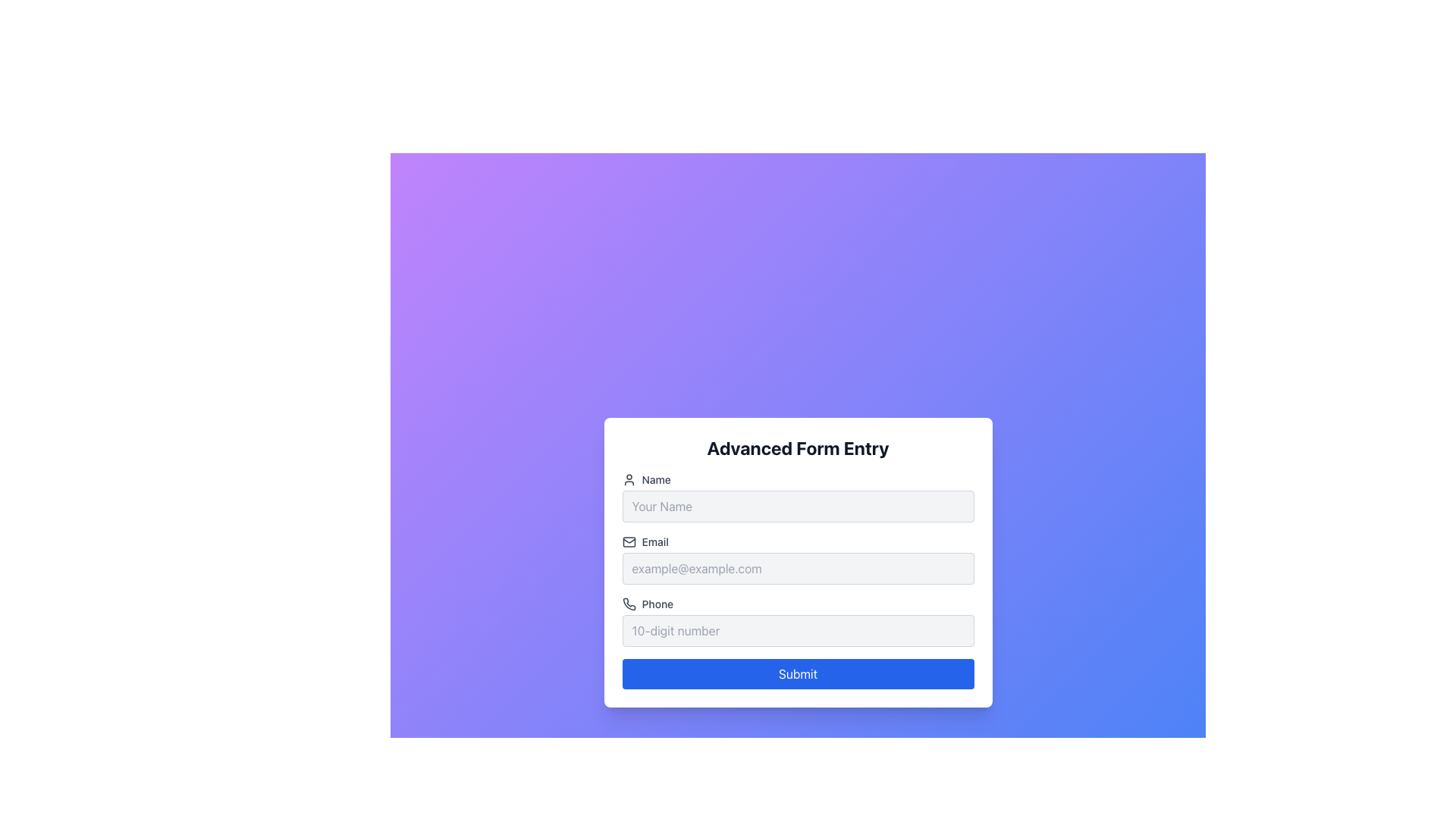 Image resolution: width=1456 pixels, height=819 pixels. Describe the element at coordinates (629, 604) in the screenshot. I see `the relation of the telephone handset icon with the 'Phone' label` at that location.